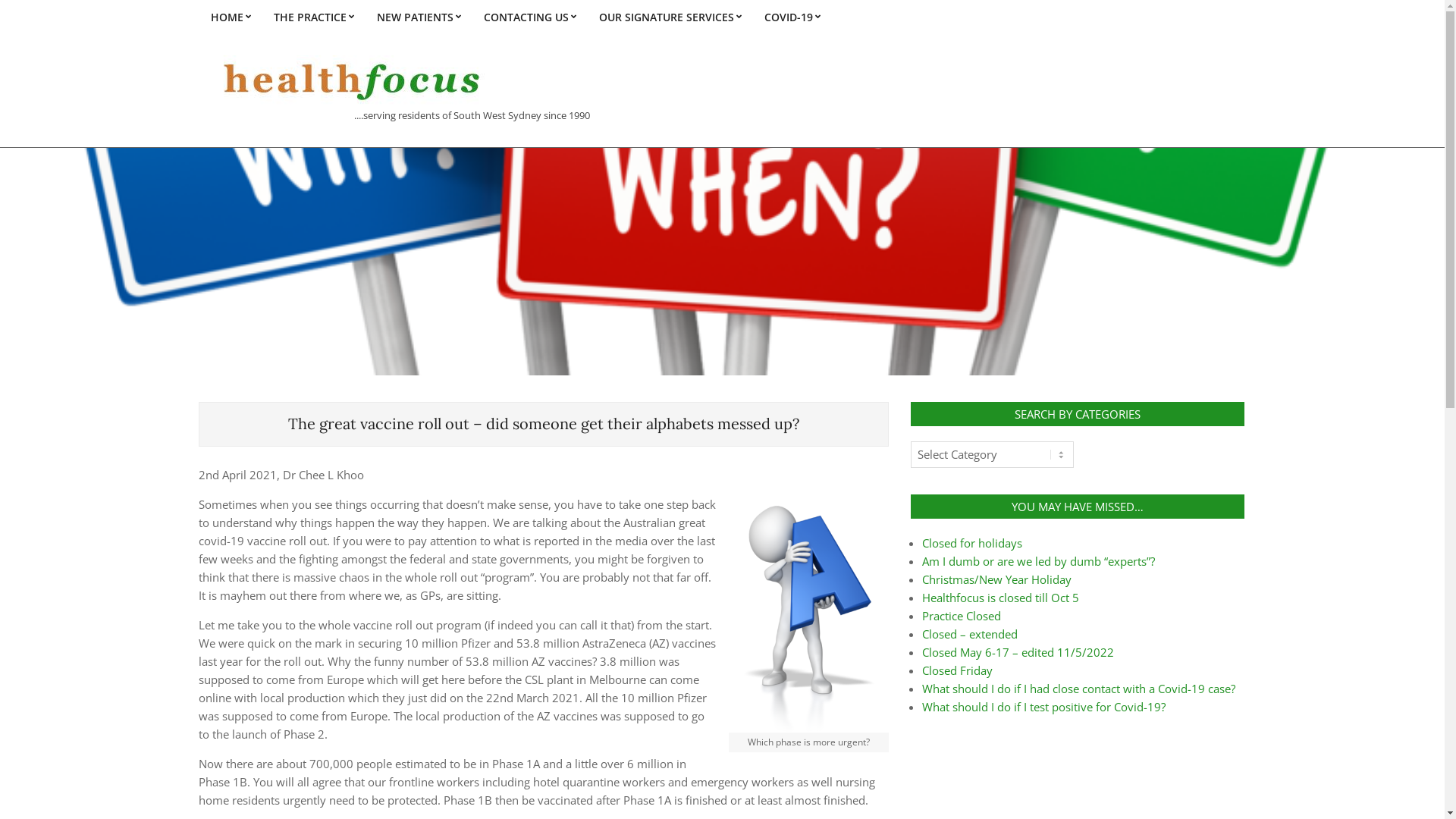 The image size is (1456, 819). Describe the element at coordinates (669, 17) in the screenshot. I see `'OUR SIGNATURE SERVICES'` at that location.